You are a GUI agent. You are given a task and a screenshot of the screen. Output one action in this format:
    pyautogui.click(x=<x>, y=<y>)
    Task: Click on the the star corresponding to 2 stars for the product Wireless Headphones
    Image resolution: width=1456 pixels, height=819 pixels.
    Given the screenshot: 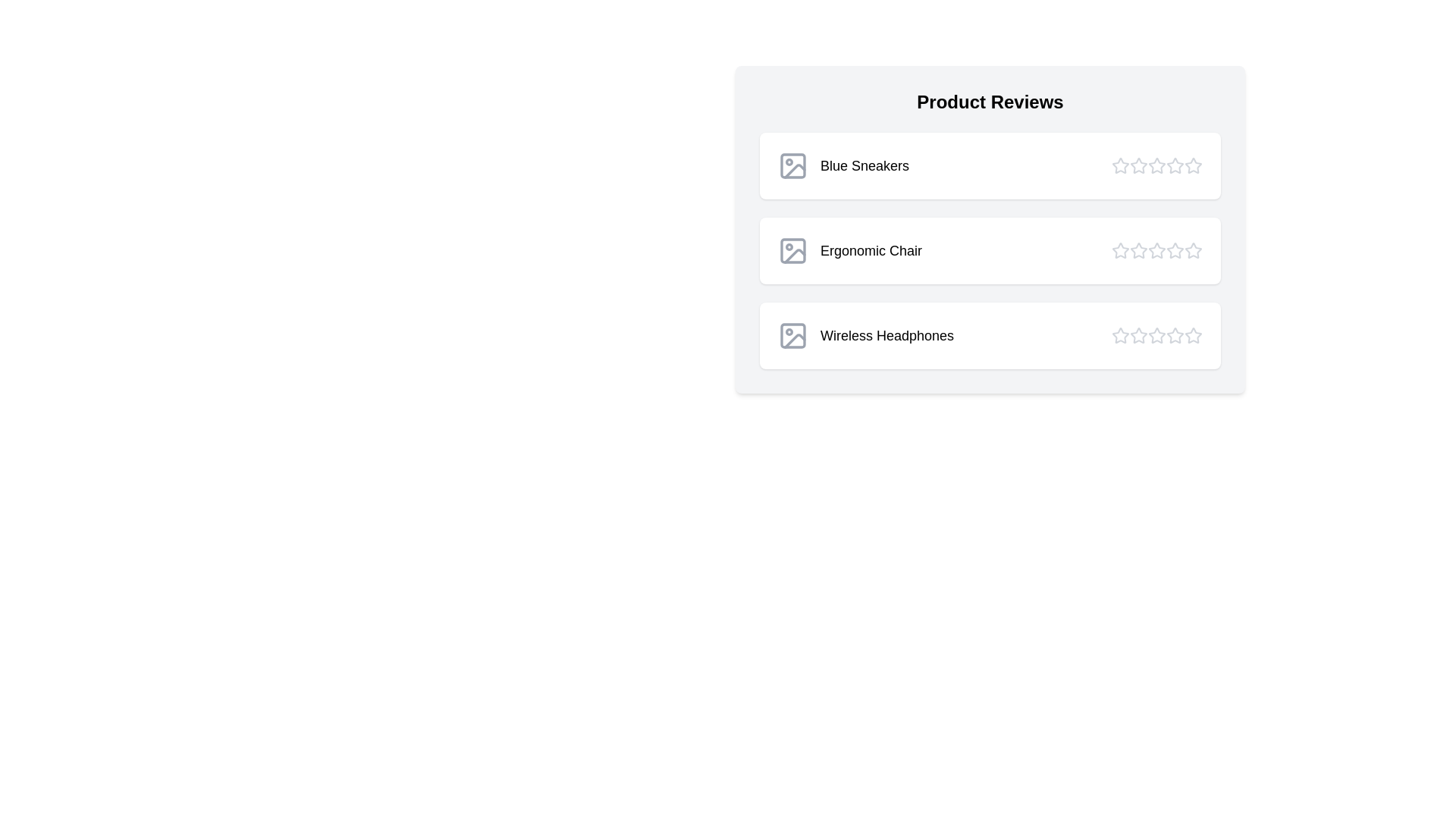 What is the action you would take?
    pyautogui.click(x=1139, y=335)
    